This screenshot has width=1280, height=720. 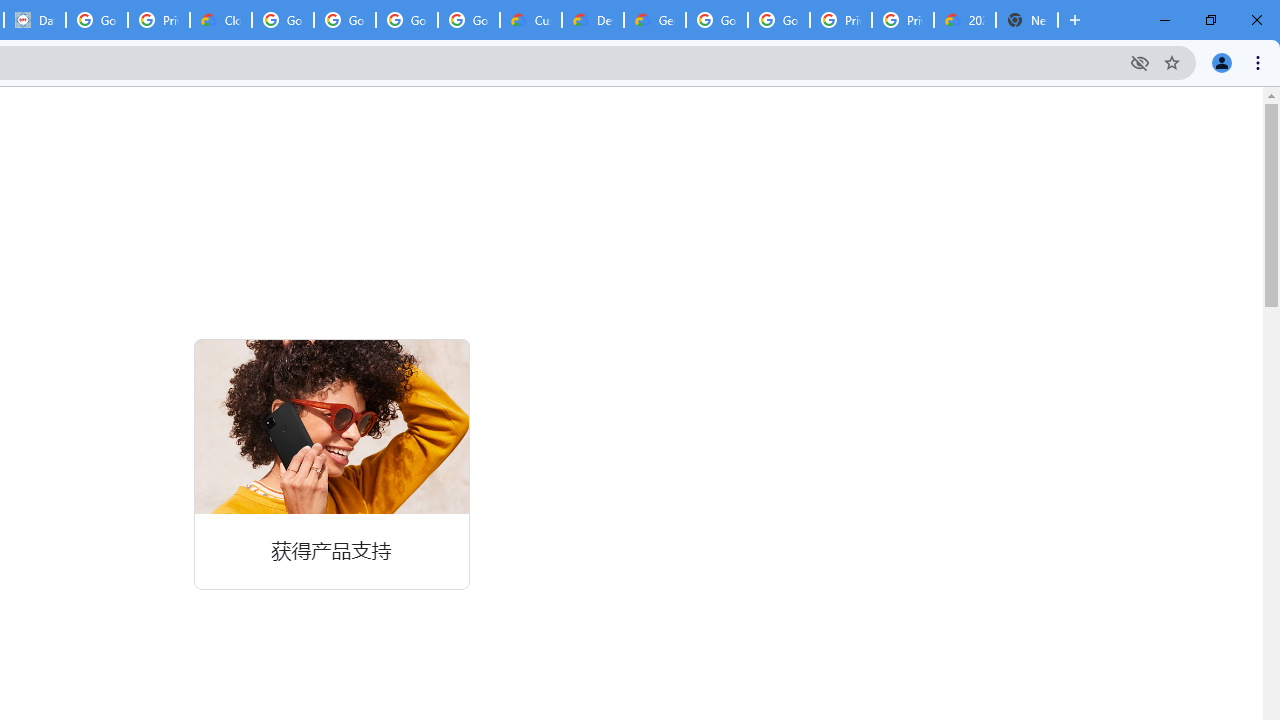 What do you see at coordinates (1027, 20) in the screenshot?
I see `'New Tab'` at bounding box center [1027, 20].